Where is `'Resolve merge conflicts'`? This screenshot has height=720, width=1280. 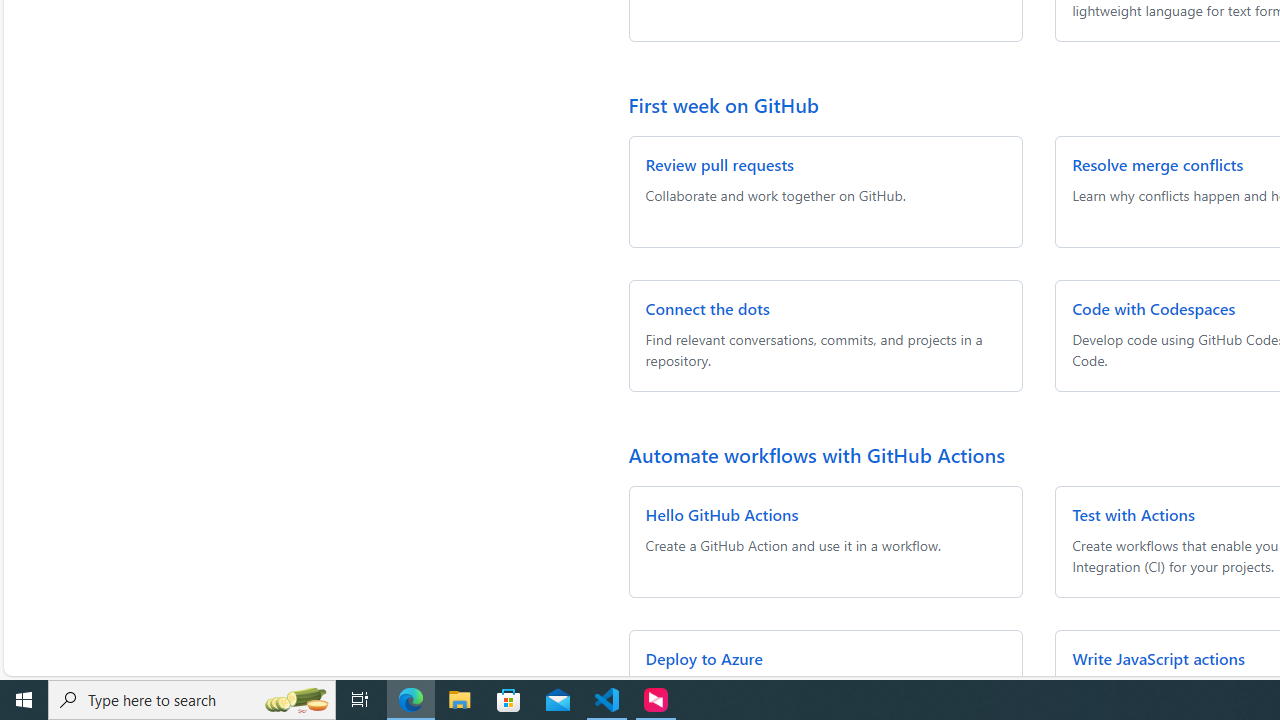 'Resolve merge conflicts' is located at coordinates (1158, 163).